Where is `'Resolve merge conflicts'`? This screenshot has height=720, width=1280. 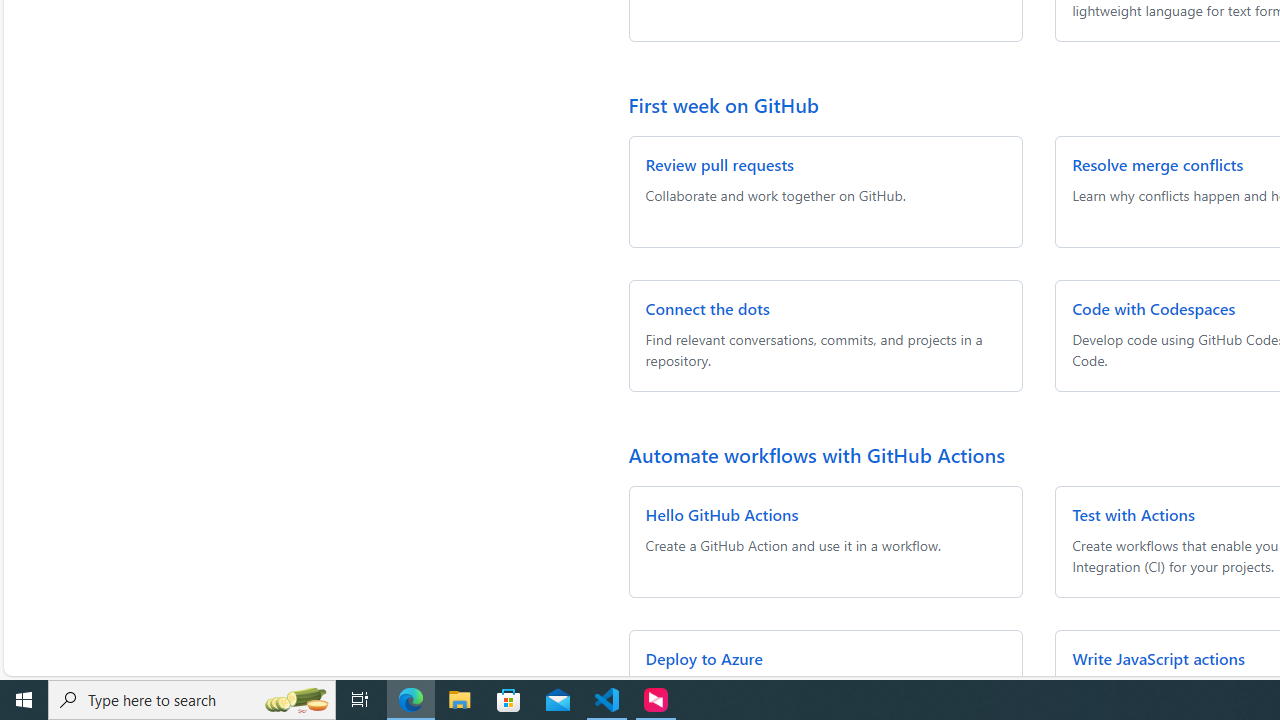 'Resolve merge conflicts' is located at coordinates (1158, 163).